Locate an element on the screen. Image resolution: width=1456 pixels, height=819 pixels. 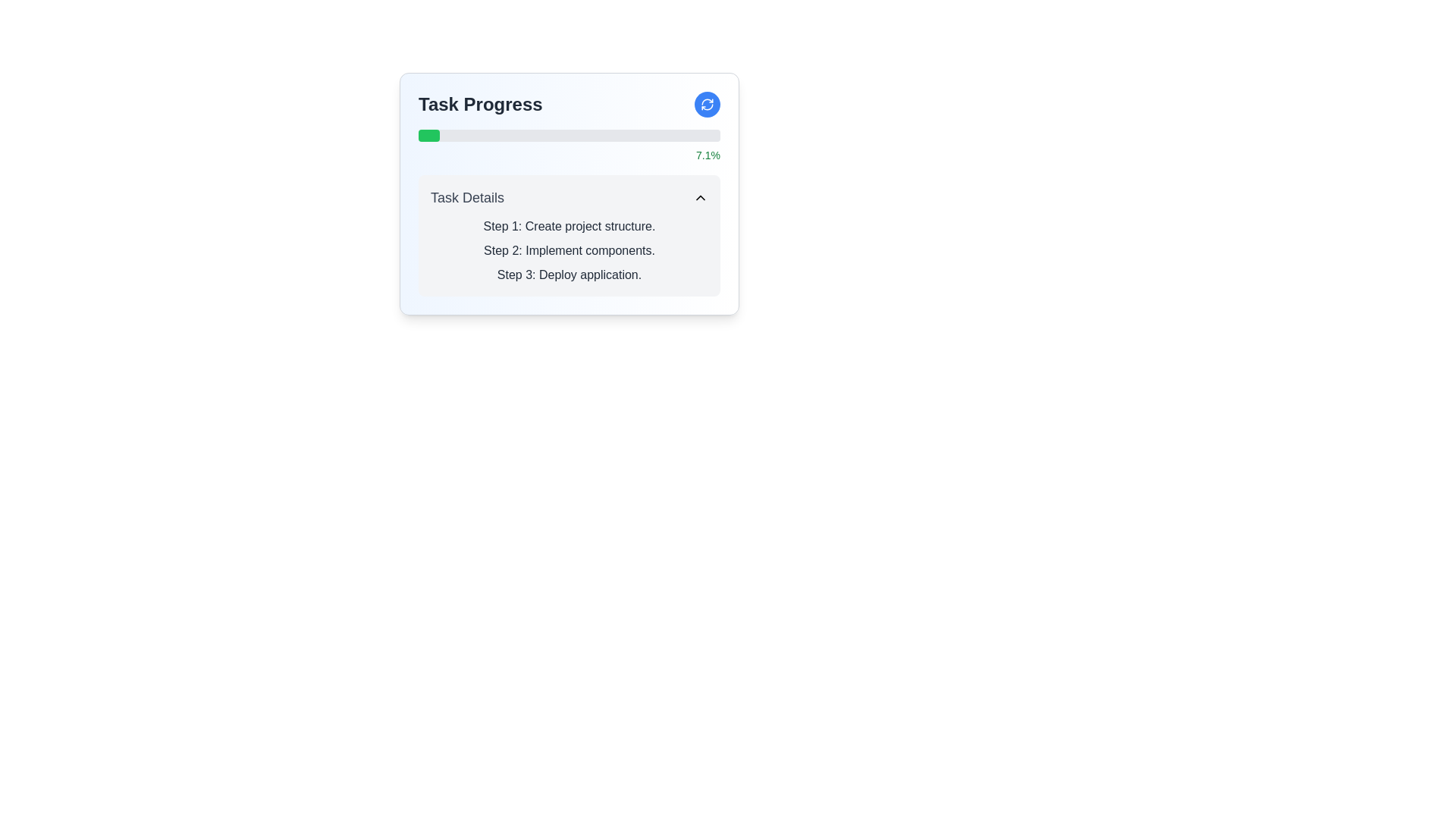
the central Panel that displays the progress of a task and includes a progress bar and collapsible details is located at coordinates (568, 193).